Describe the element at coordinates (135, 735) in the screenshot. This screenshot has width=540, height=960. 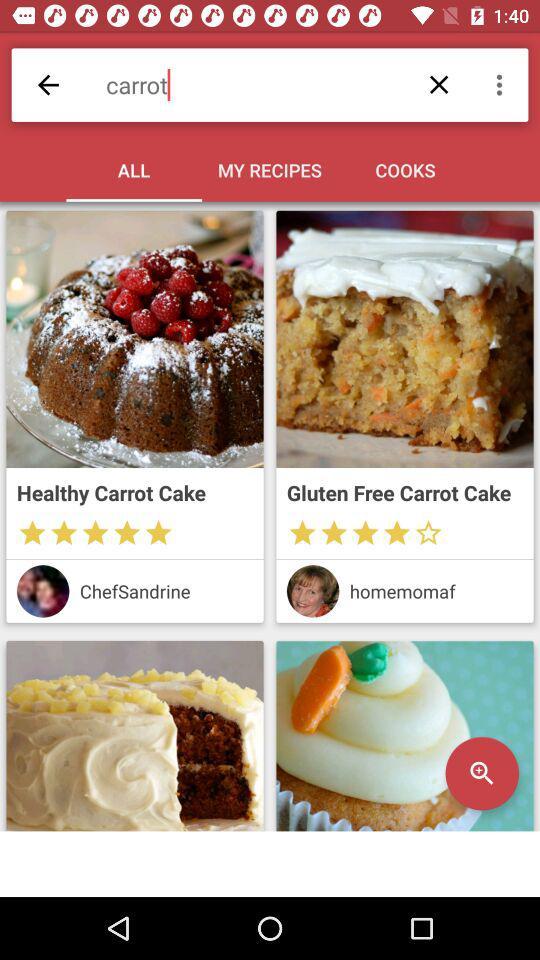
I see `open image` at that location.